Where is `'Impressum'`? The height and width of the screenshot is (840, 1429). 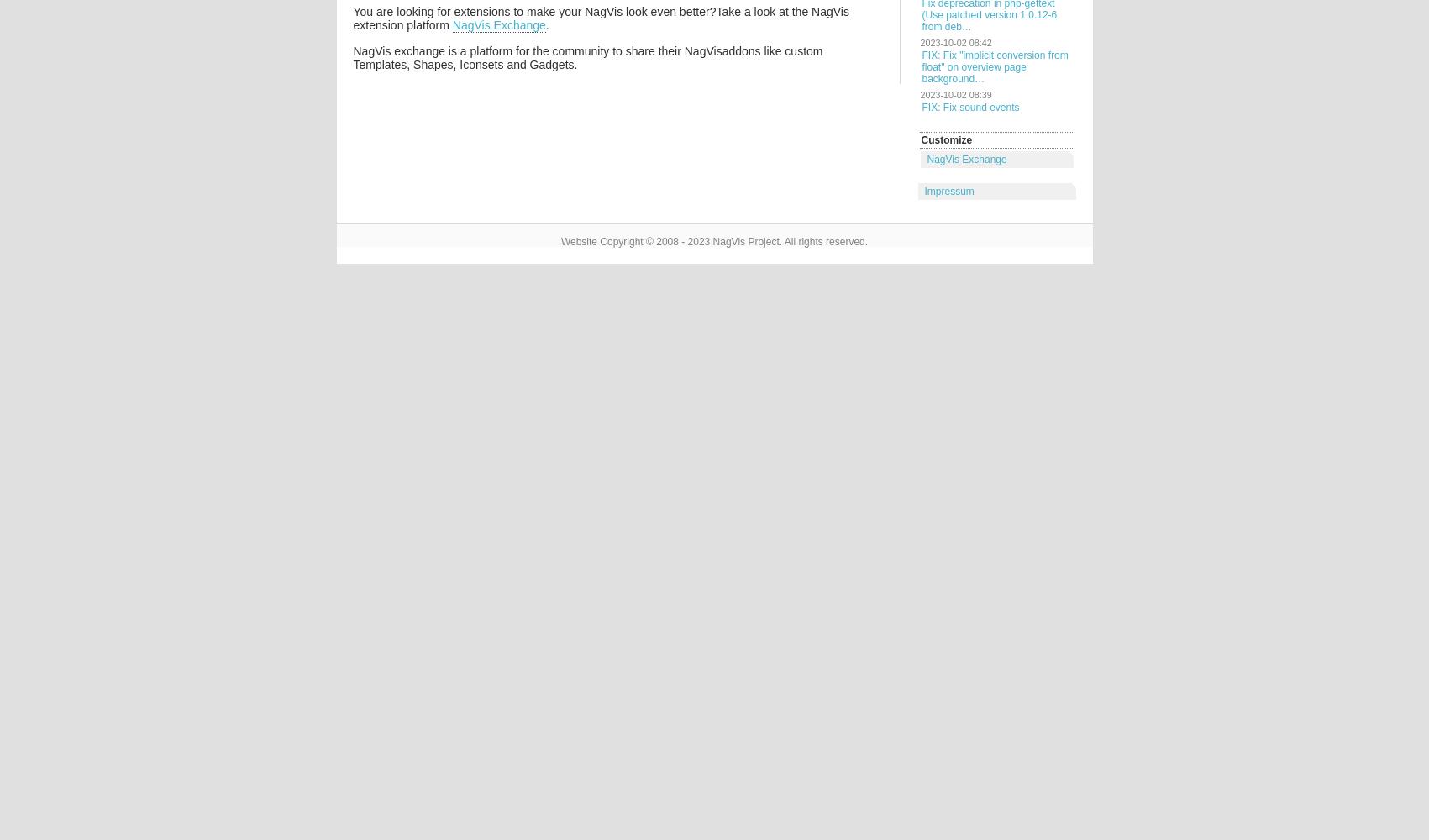
'Impressum' is located at coordinates (948, 191).